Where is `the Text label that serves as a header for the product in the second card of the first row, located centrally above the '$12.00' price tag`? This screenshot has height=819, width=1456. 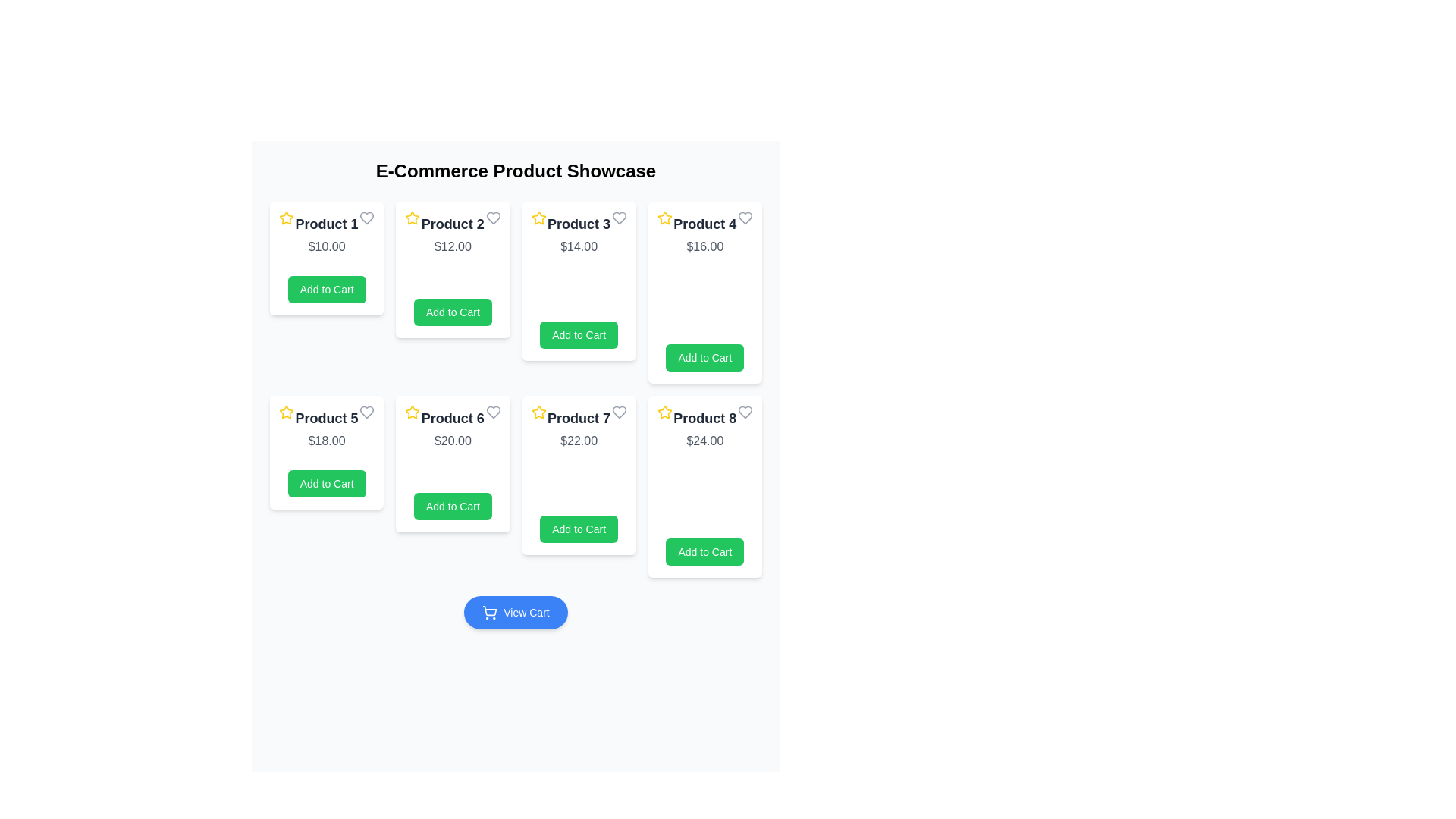
the Text label that serves as a header for the product in the second card of the first row, located centrally above the '$12.00' price tag is located at coordinates (452, 224).